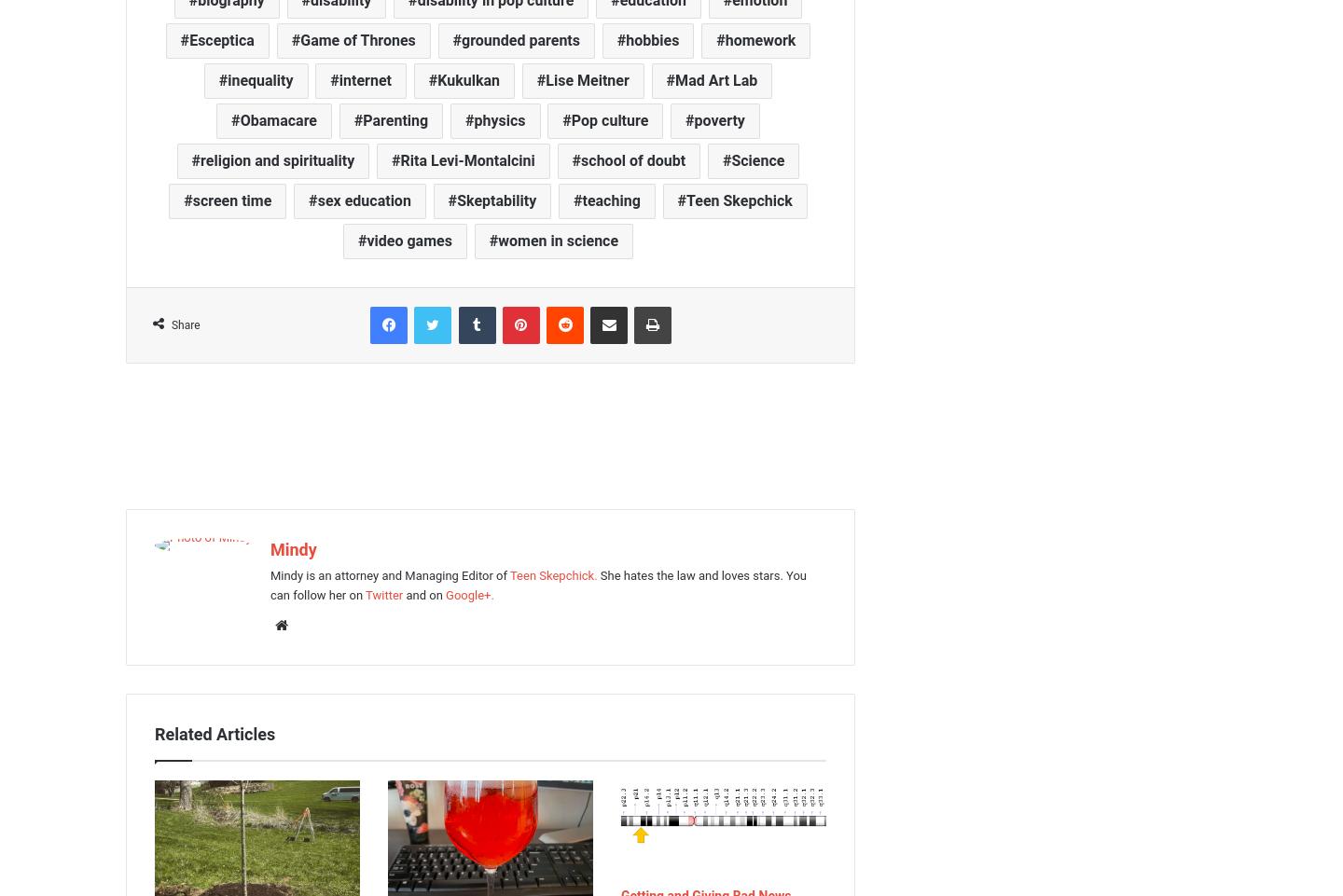  What do you see at coordinates (221, 38) in the screenshot?
I see `'Esceptica'` at bounding box center [221, 38].